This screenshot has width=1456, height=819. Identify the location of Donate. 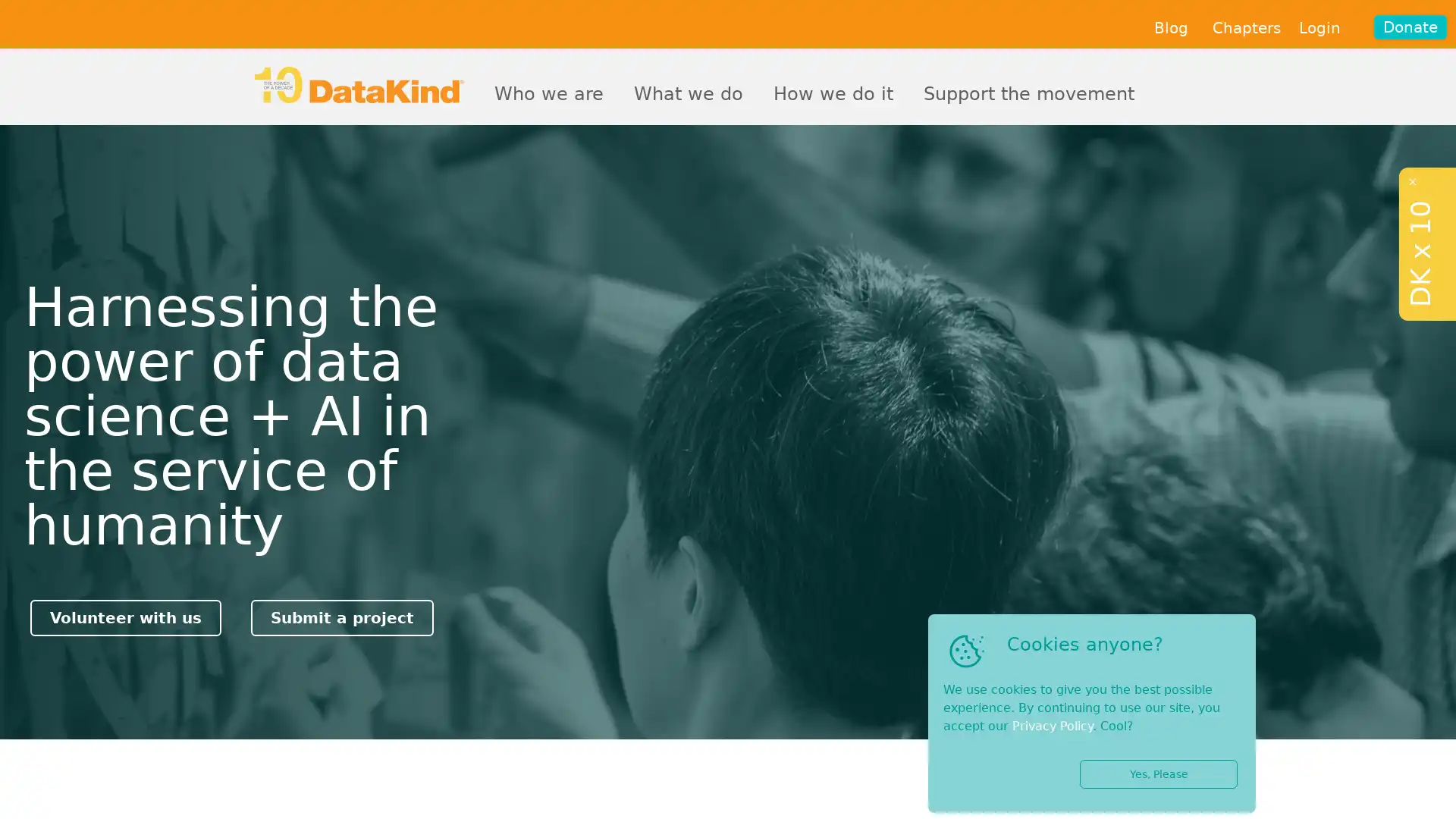
(1410, 27).